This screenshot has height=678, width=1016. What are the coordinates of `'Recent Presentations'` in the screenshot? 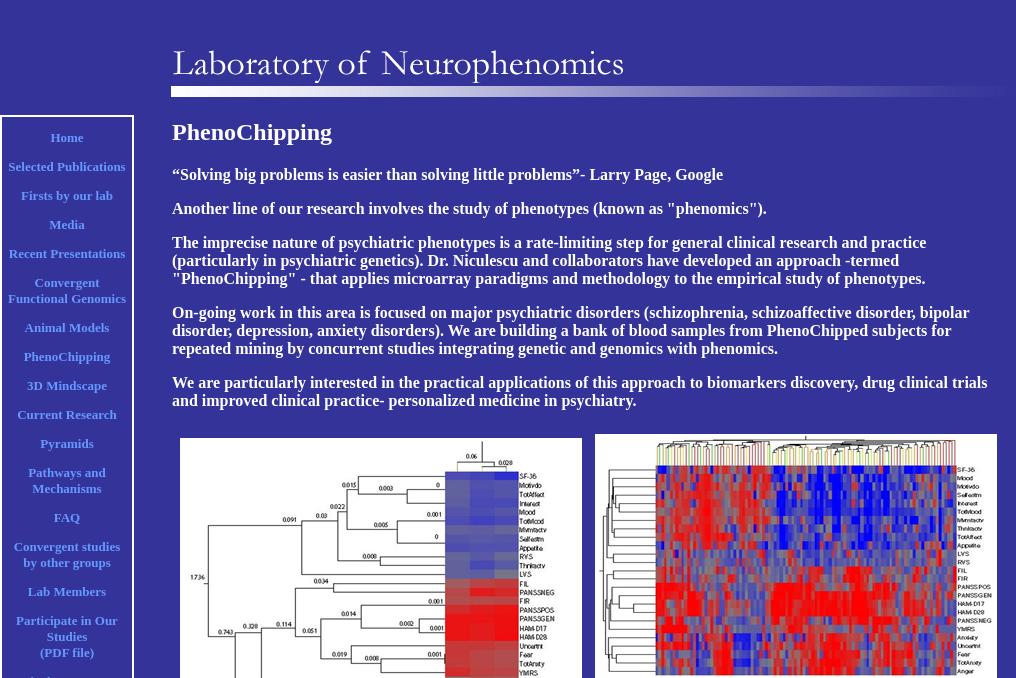 It's located at (66, 252).